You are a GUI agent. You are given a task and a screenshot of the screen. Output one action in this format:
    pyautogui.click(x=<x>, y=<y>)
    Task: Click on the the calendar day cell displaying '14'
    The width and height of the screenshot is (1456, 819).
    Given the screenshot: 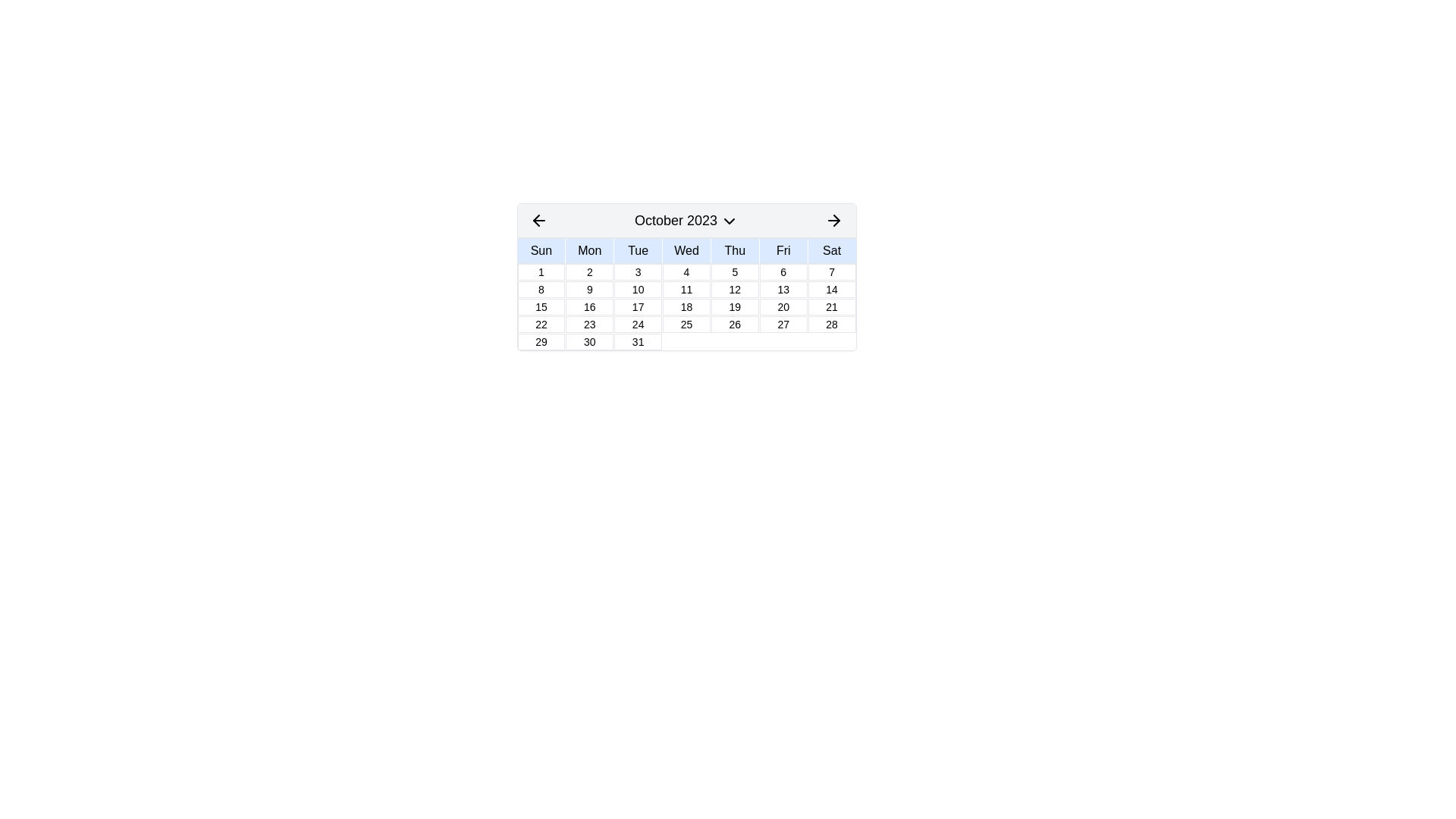 What is the action you would take?
    pyautogui.click(x=831, y=289)
    